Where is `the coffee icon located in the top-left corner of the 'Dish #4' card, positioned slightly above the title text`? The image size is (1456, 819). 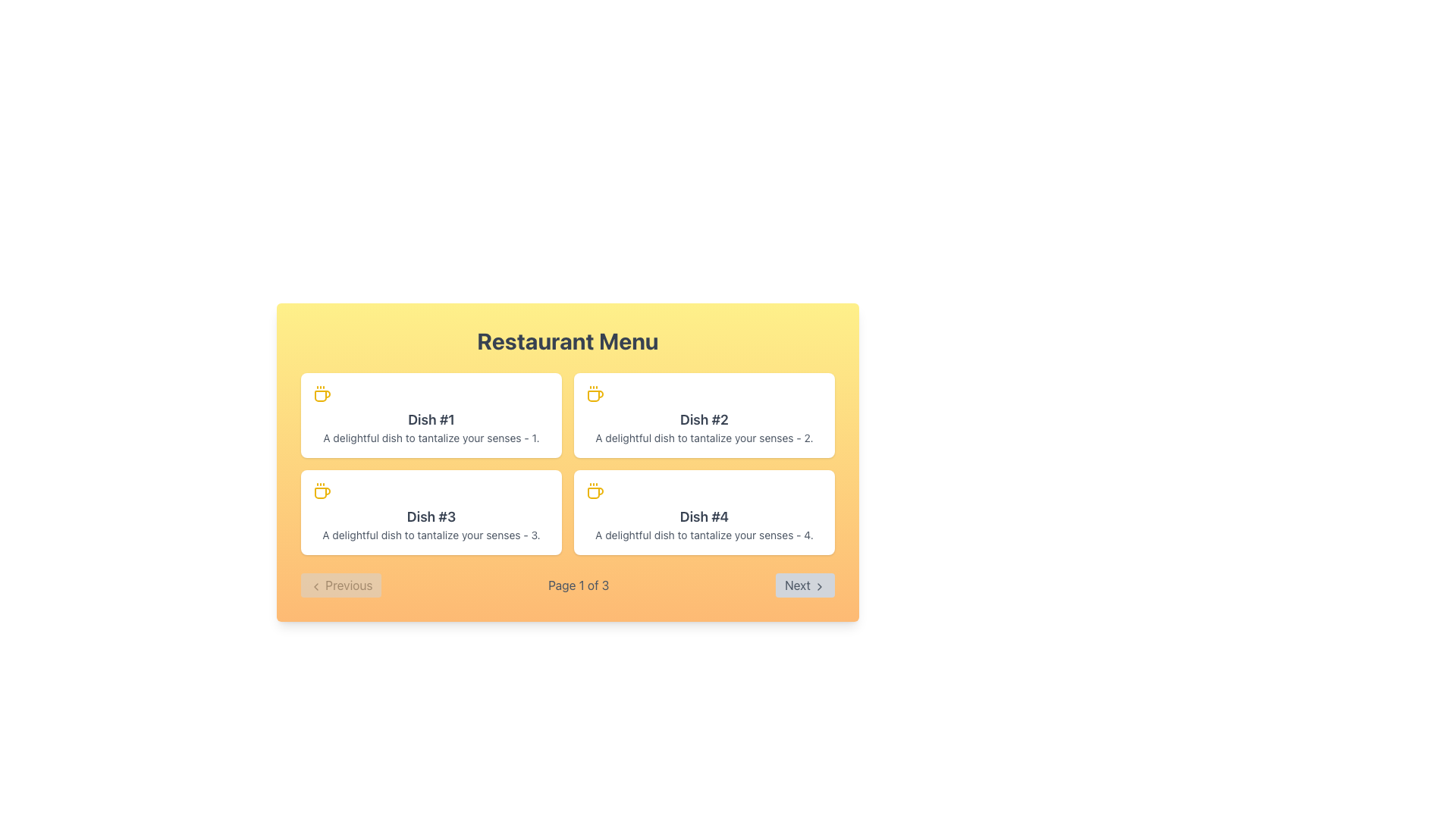 the coffee icon located in the top-left corner of the 'Dish #4' card, positioned slightly above the title text is located at coordinates (595, 491).